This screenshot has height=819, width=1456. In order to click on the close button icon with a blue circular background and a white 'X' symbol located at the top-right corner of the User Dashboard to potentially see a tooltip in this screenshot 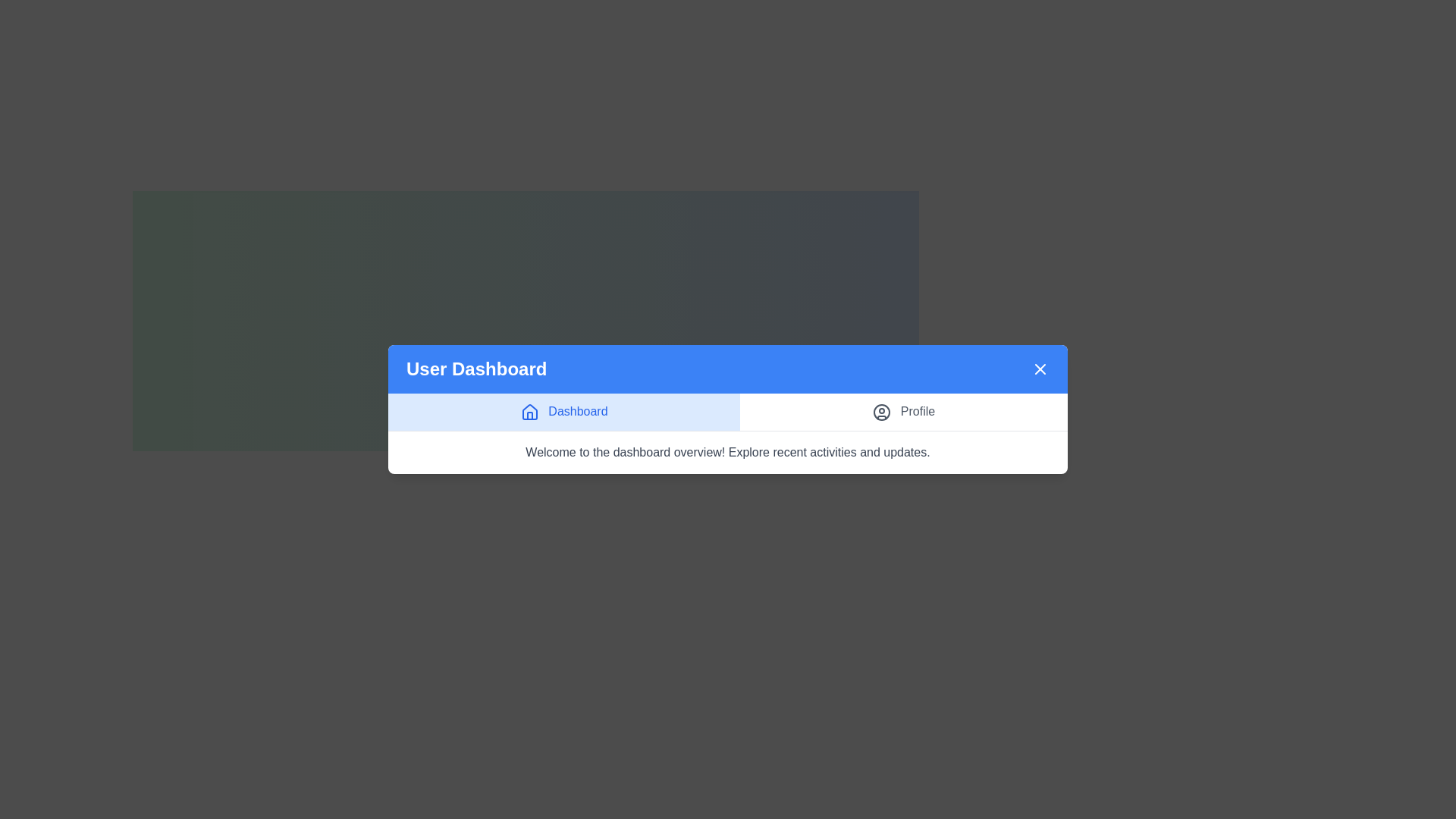, I will do `click(1040, 369)`.